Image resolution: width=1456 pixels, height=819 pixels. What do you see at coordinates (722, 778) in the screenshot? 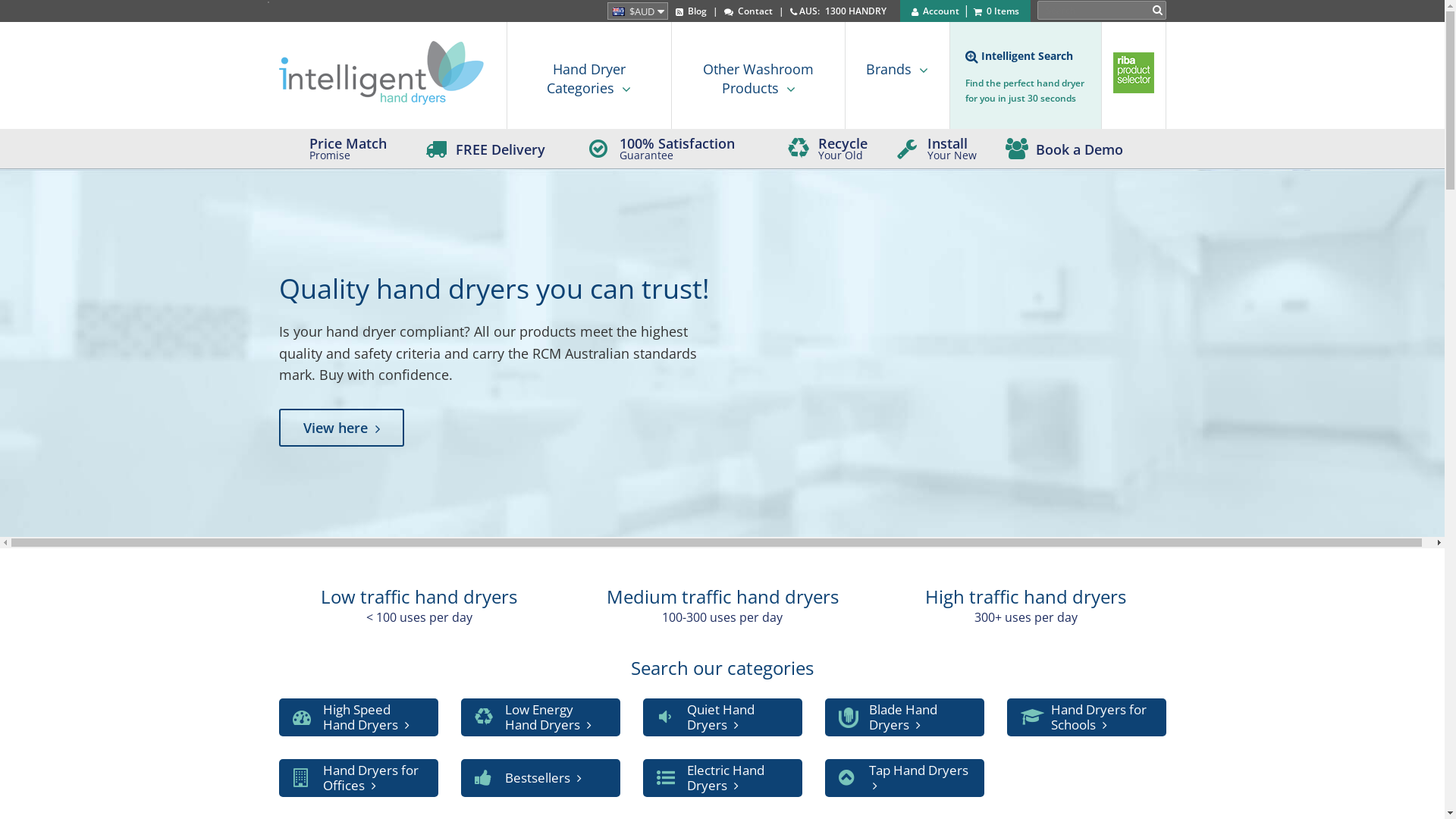
I see `'Electric Hand Dryers'` at bounding box center [722, 778].